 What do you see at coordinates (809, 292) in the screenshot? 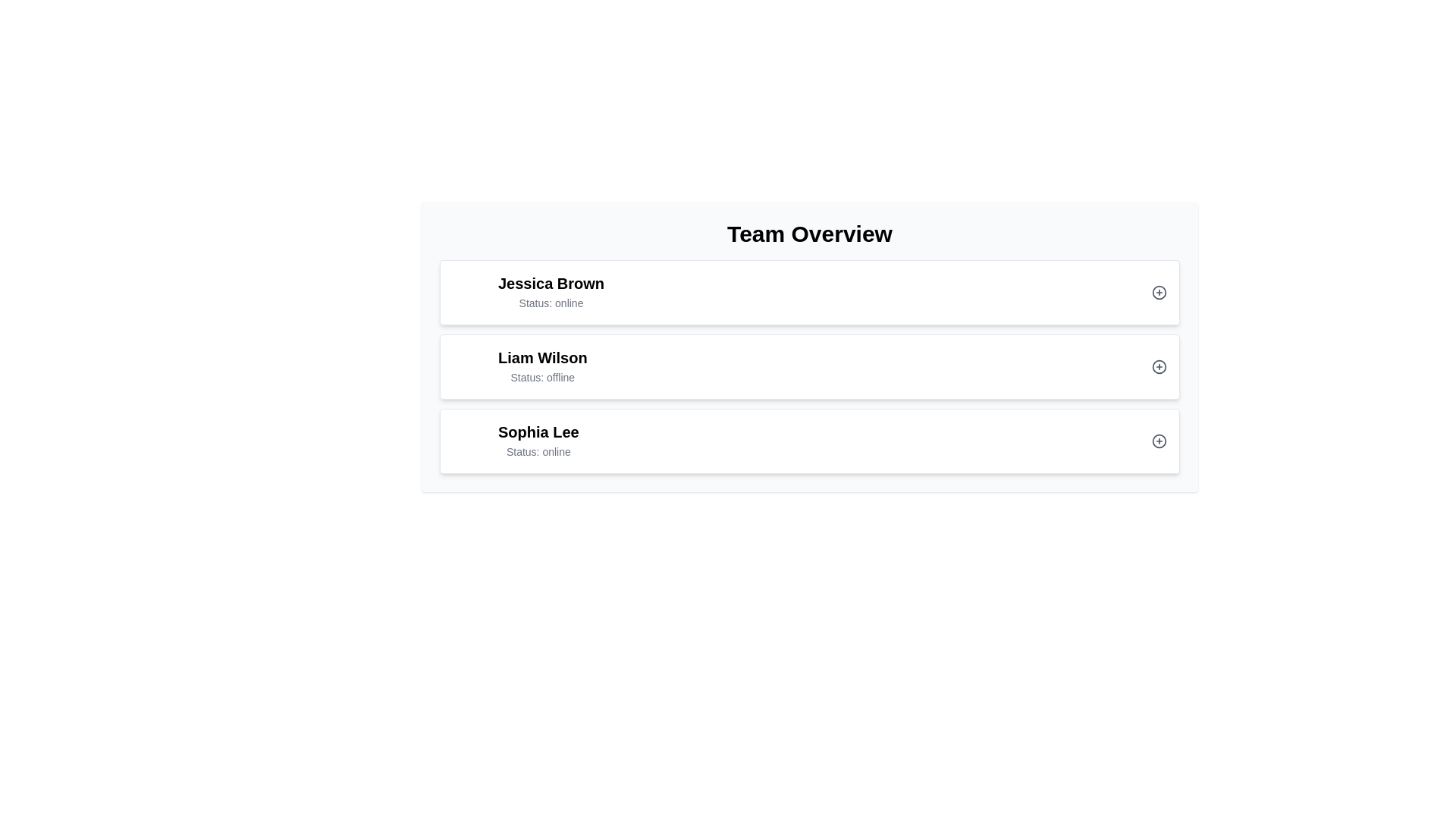
I see `the first user profile card in the 'Team Overview' section, which is adjacent to 'Liam Wilson' and 'Sophia Lee'` at bounding box center [809, 292].